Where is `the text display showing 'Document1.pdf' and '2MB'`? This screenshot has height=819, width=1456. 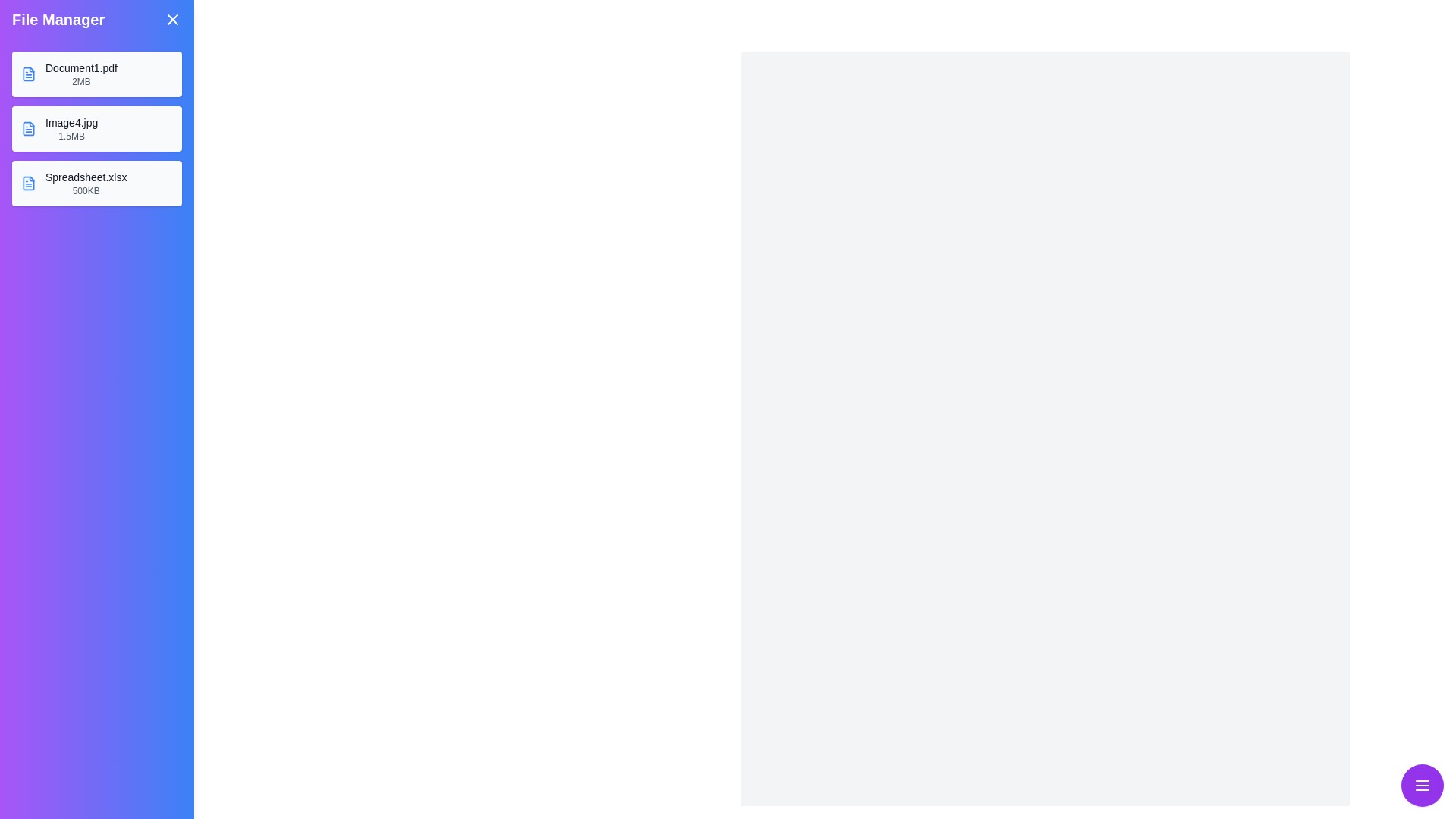 the text display showing 'Document1.pdf' and '2MB' is located at coordinates (80, 74).